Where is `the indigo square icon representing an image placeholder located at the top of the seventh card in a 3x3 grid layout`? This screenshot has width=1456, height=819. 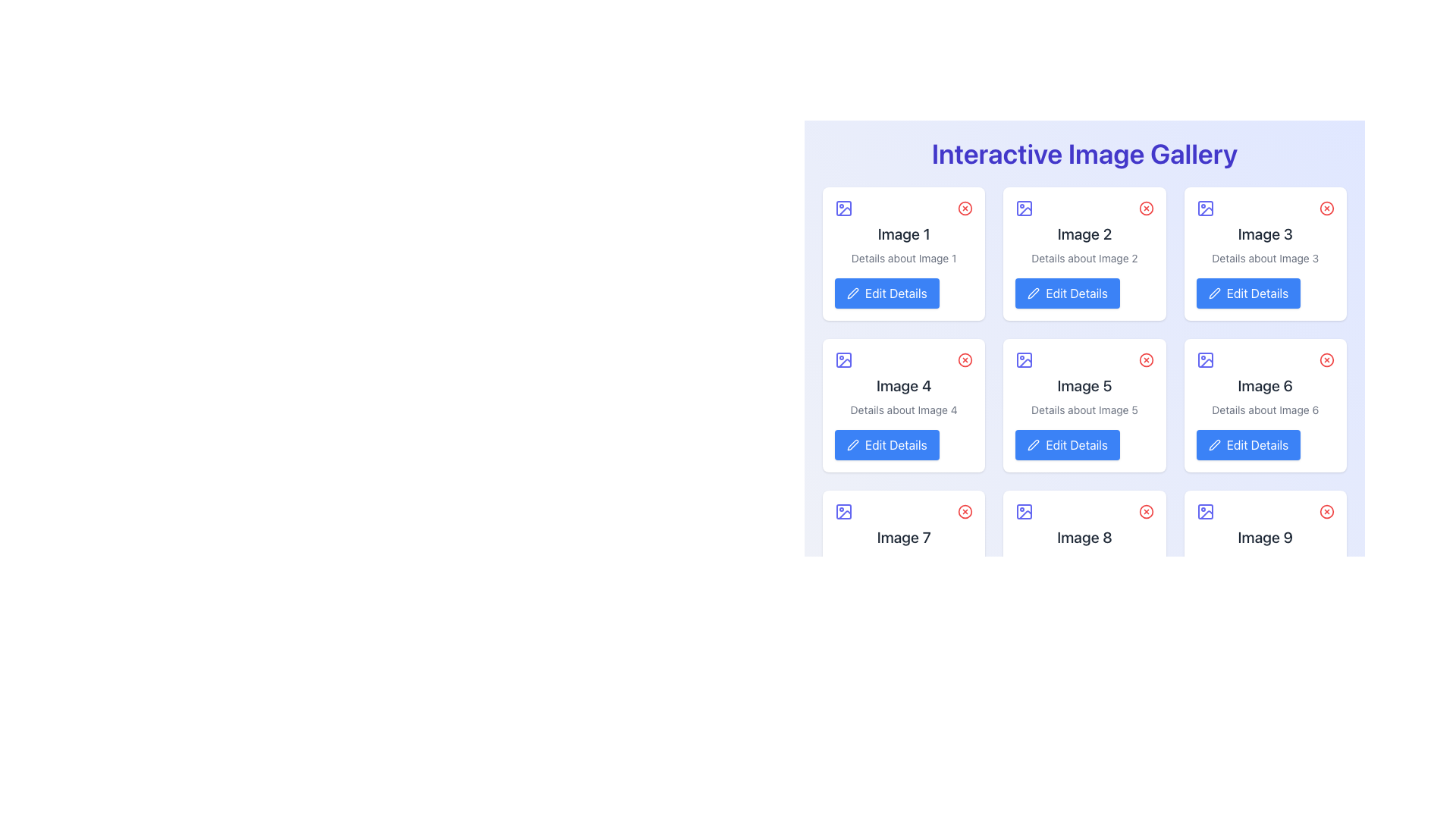
the indigo square icon representing an image placeholder located at the top of the seventh card in a 3x3 grid layout is located at coordinates (843, 512).